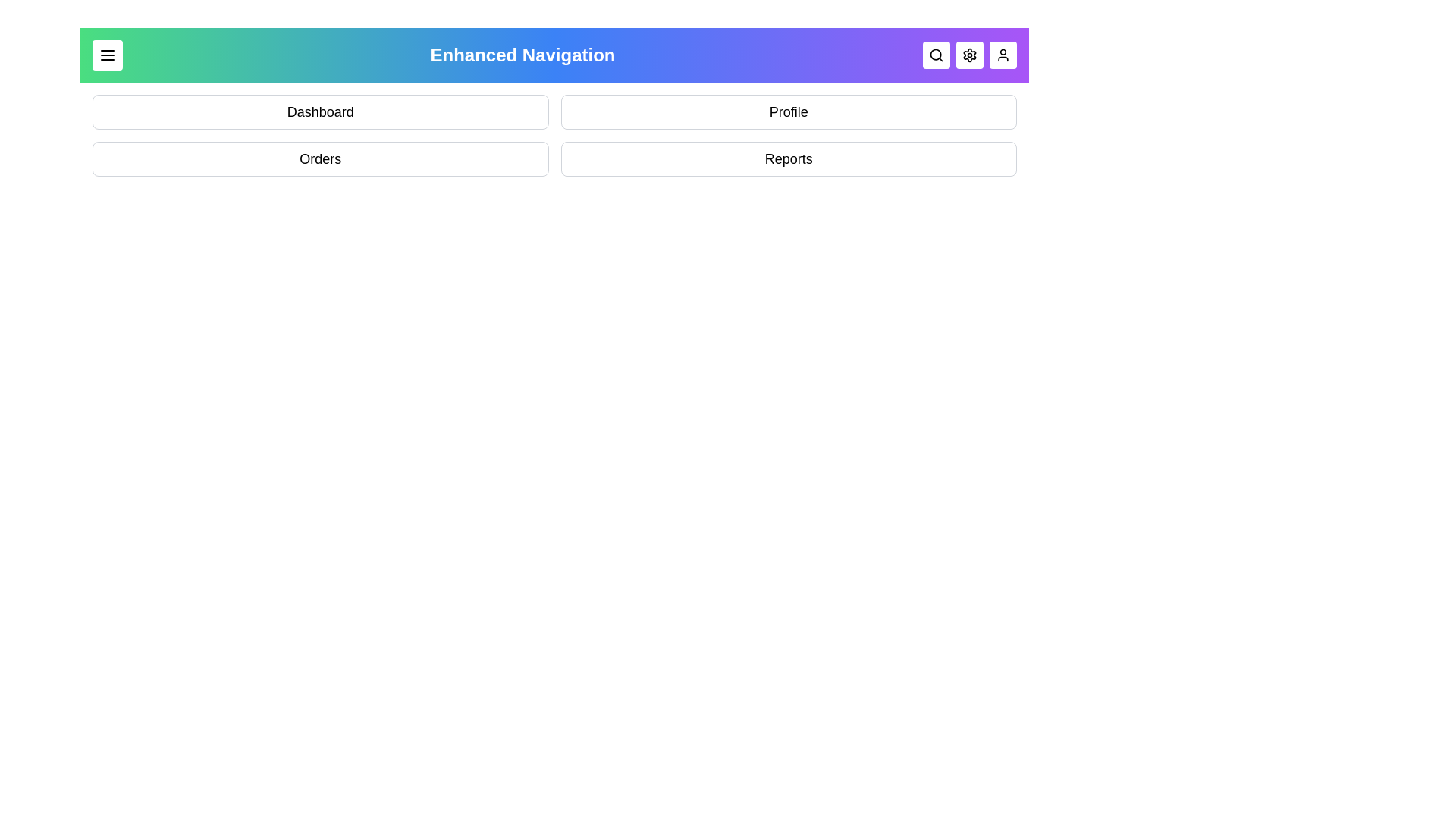  I want to click on the option Orders from the dropdown menu, so click(319, 158).